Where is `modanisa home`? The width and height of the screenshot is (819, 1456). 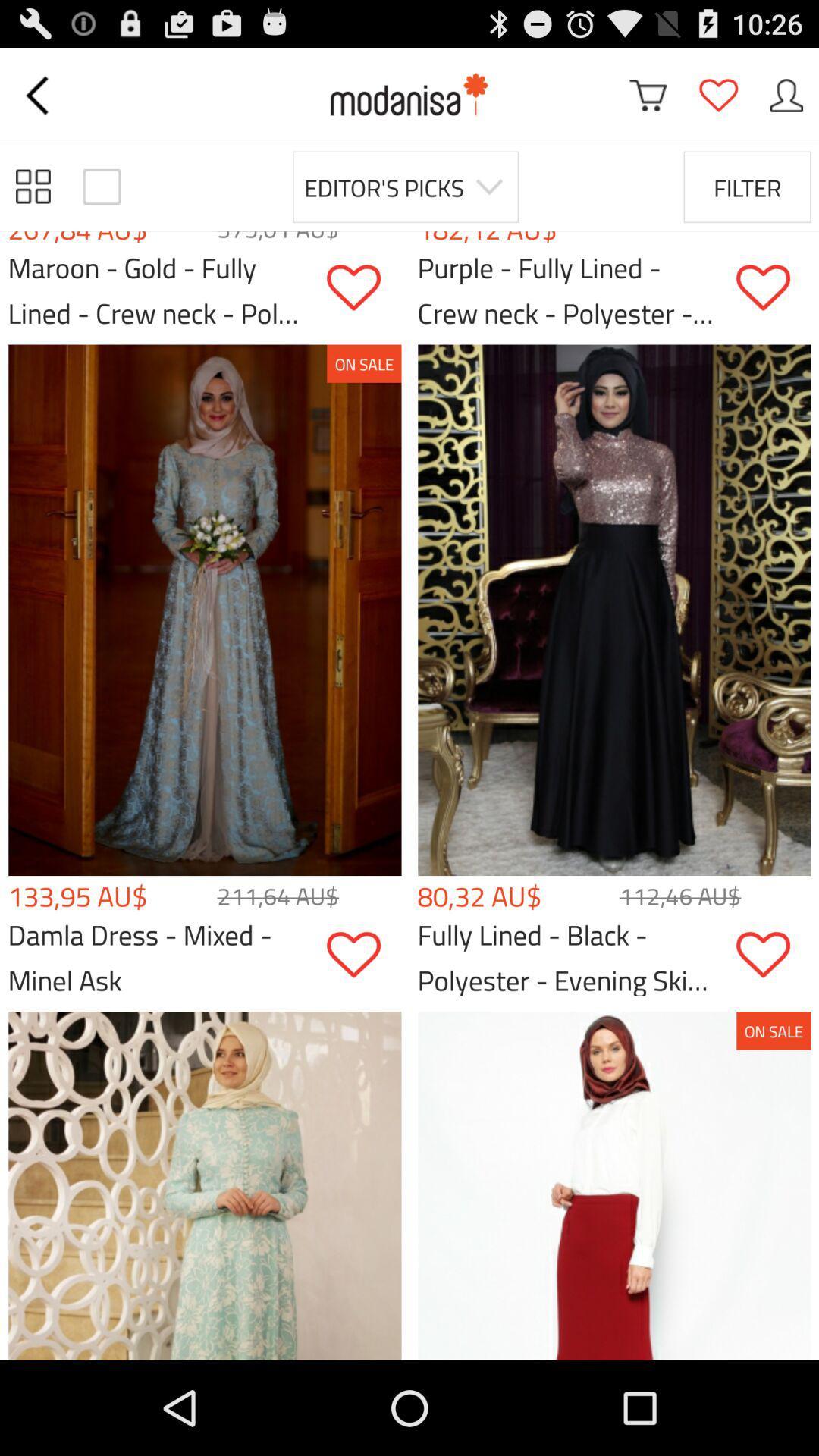
modanisa home is located at coordinates (409, 94).